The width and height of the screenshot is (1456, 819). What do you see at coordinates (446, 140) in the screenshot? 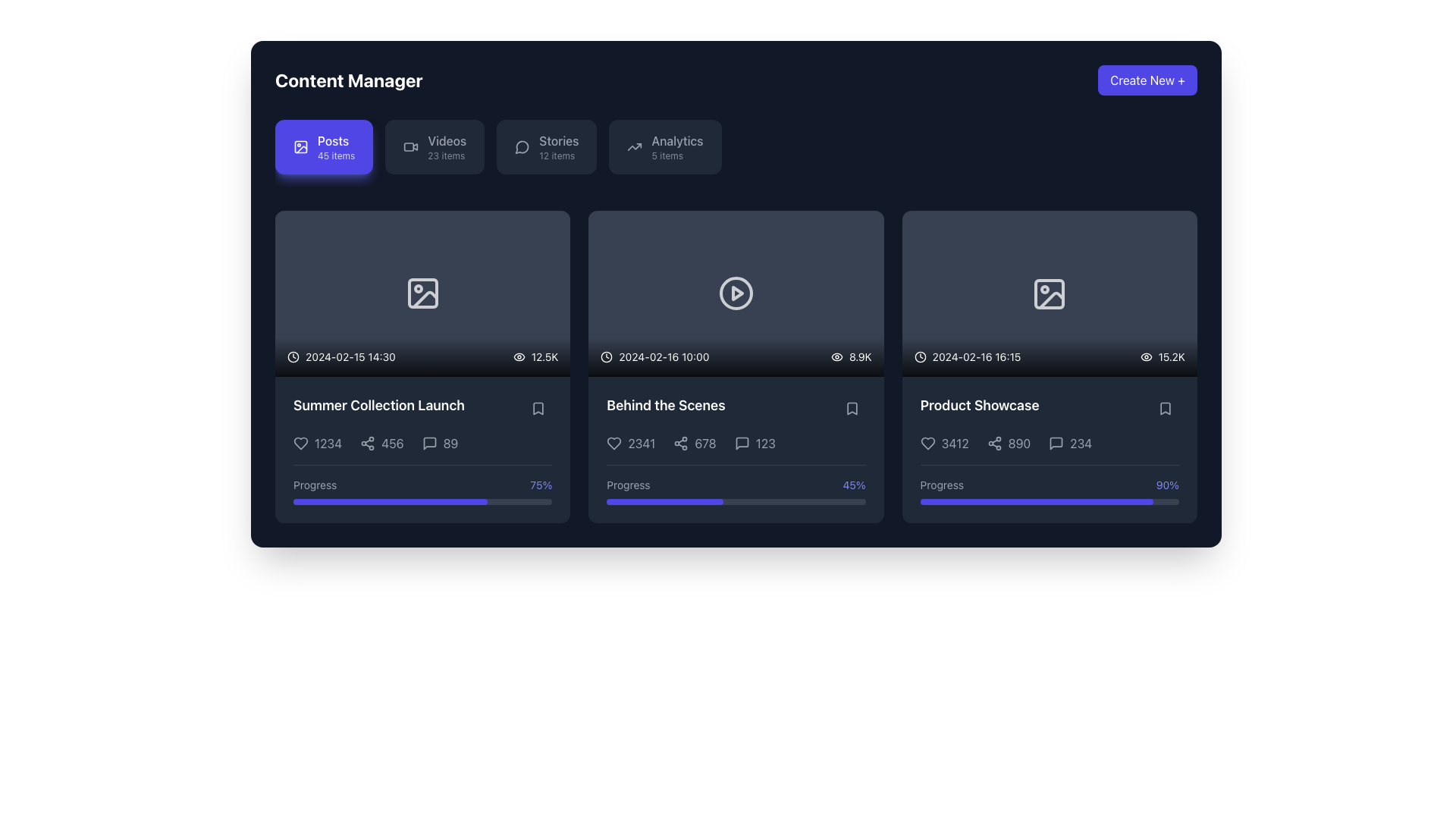
I see `the 'Videos' label, which is a prominent text label located at the top of the content area, directly to the right of the 'Posts' option and to the left of the 'Stories' option` at bounding box center [446, 140].